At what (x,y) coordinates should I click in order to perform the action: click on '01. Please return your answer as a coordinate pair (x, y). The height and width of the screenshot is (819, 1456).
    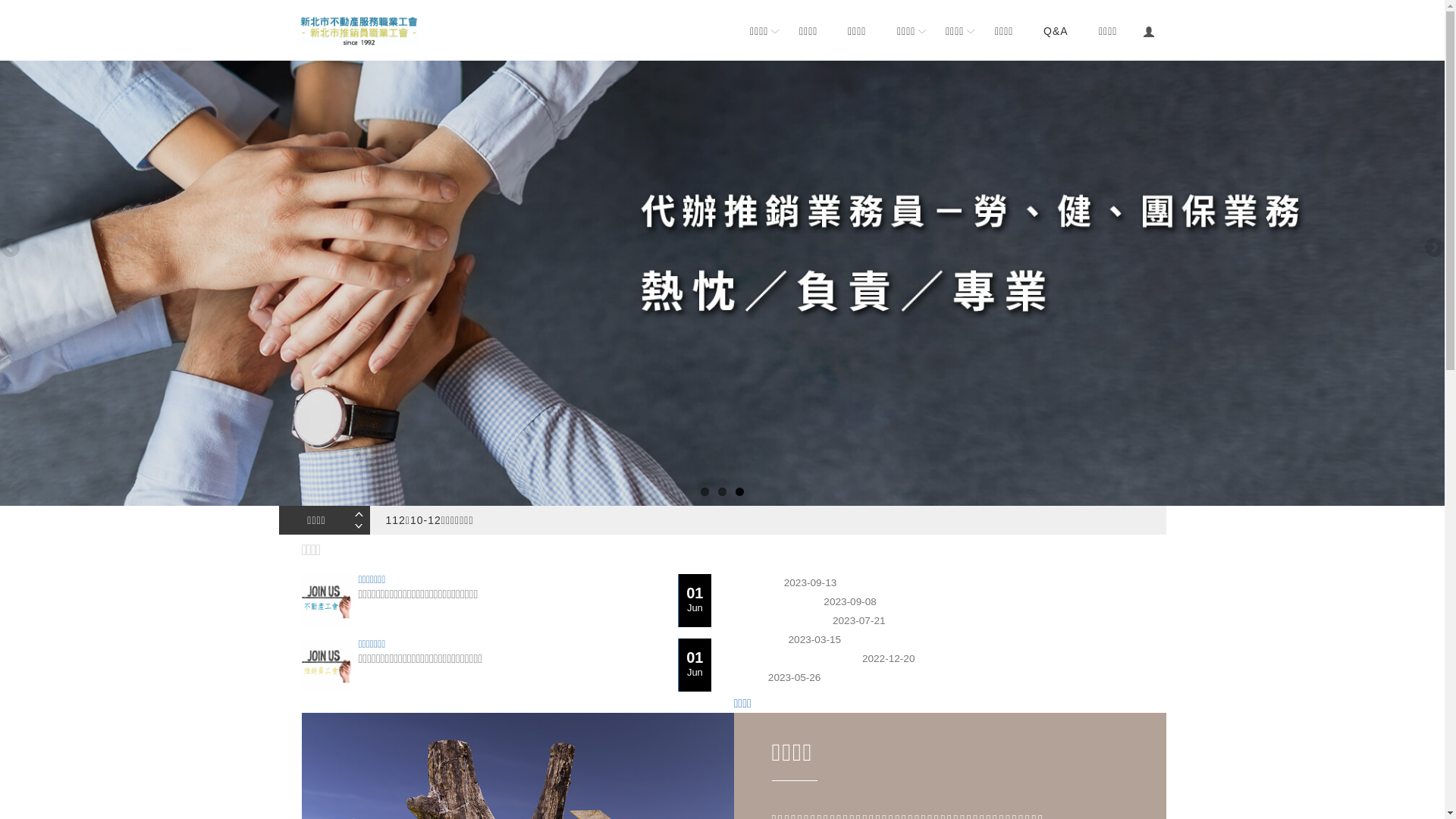
    Looking at the image, I should click on (693, 664).